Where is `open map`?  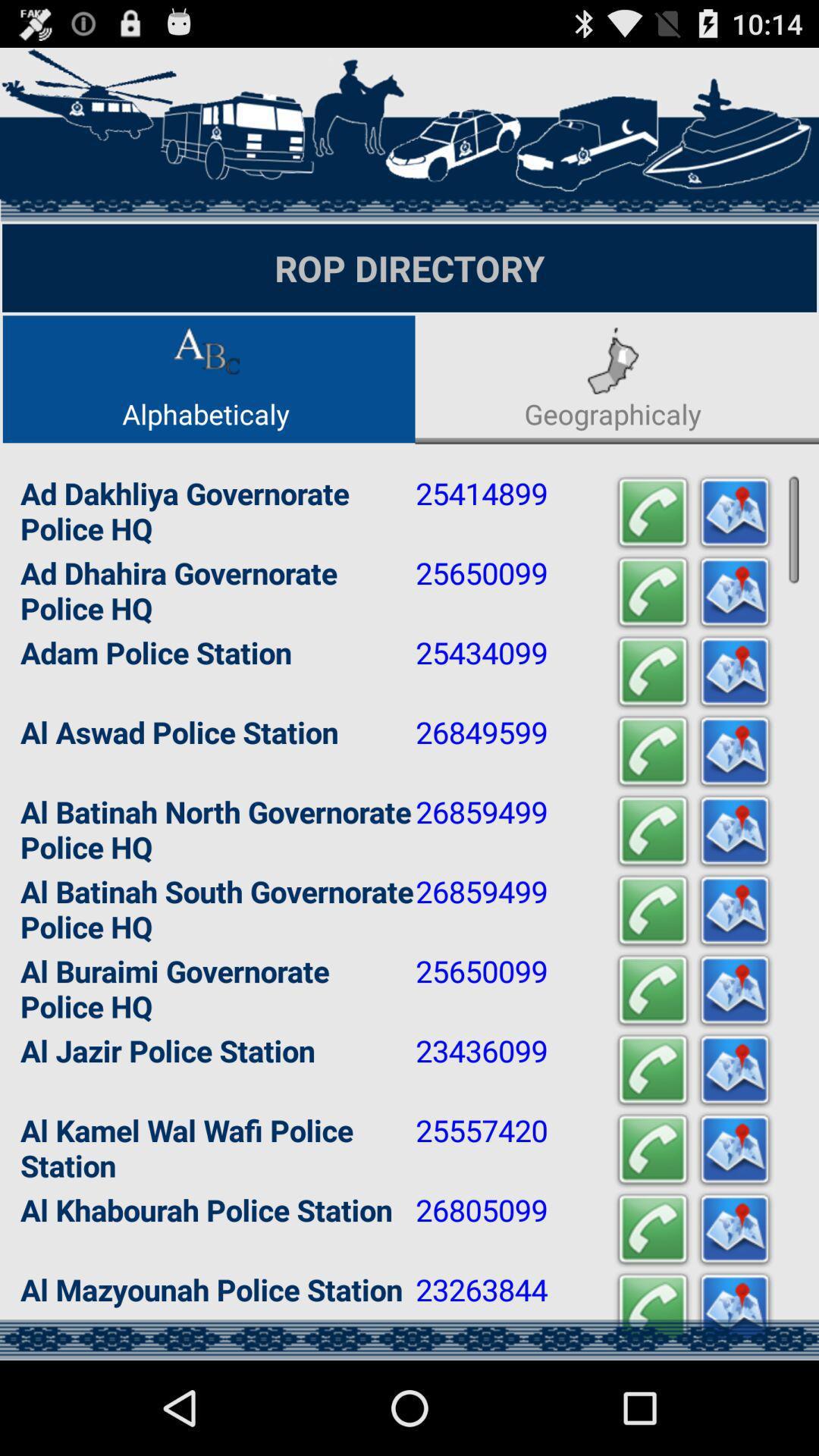
open map is located at coordinates (733, 671).